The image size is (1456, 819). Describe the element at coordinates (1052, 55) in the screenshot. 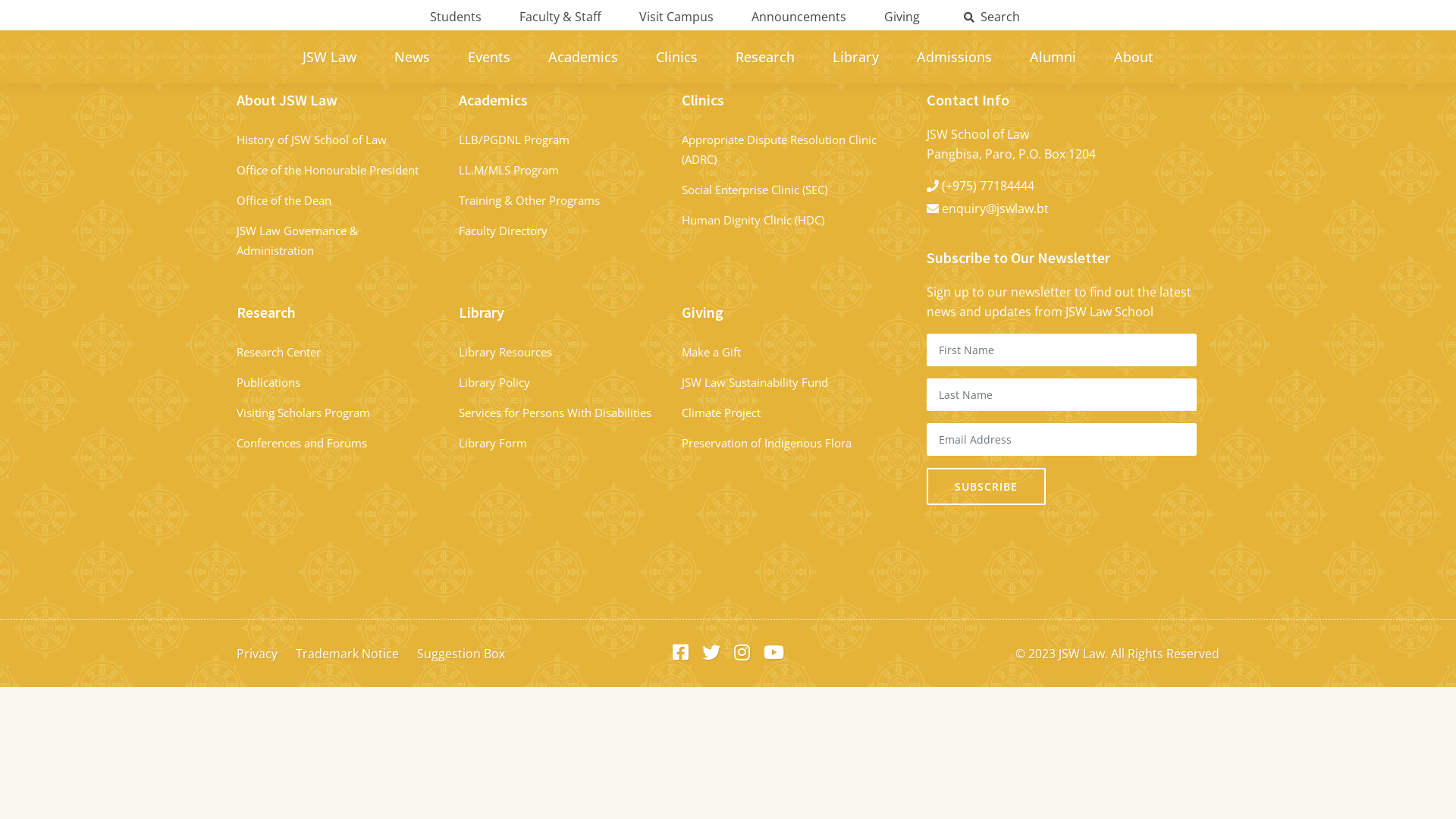

I see `'Alumni'` at that location.